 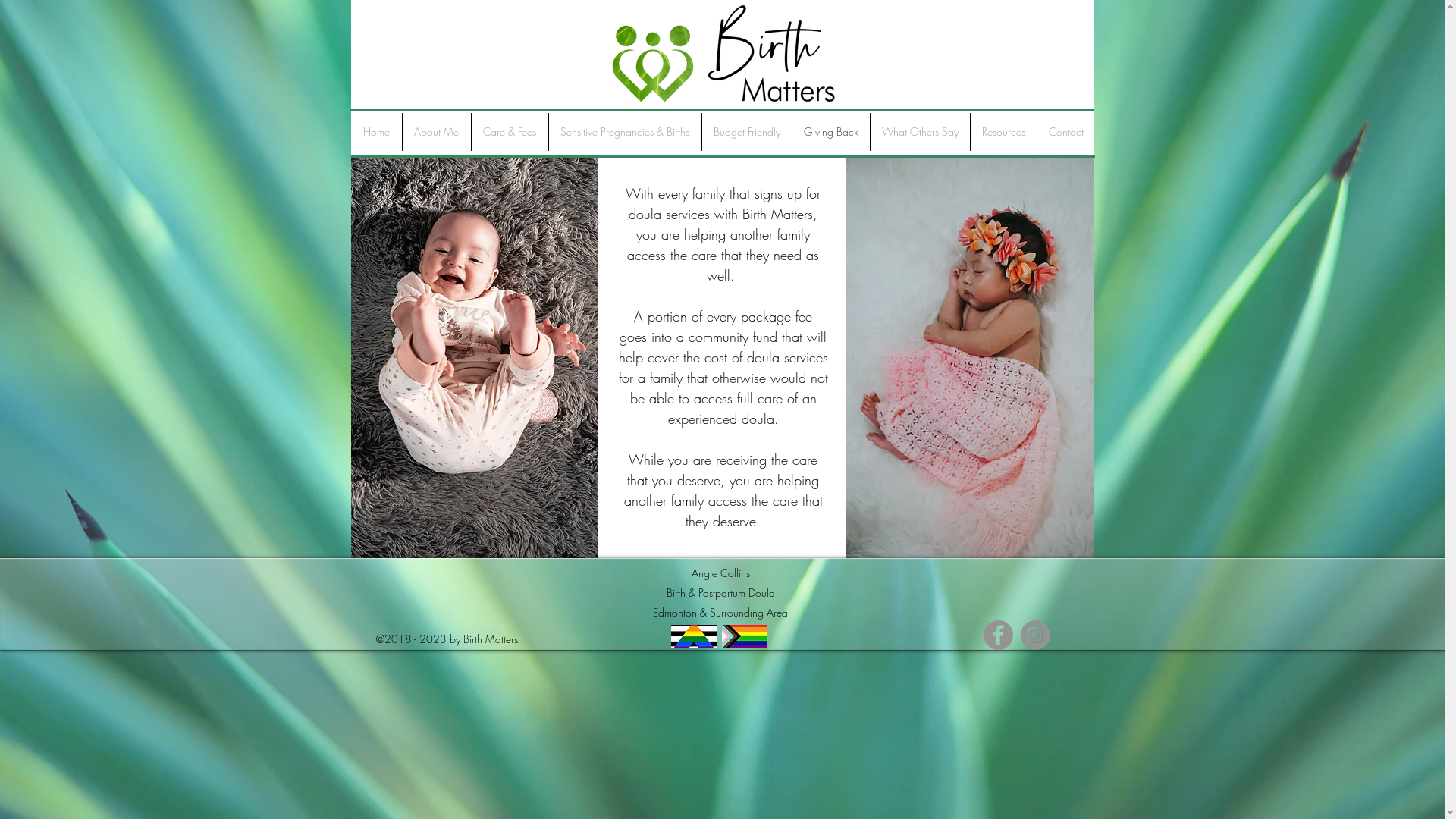 I want to click on 'Budget Friendly', so click(x=701, y=130).